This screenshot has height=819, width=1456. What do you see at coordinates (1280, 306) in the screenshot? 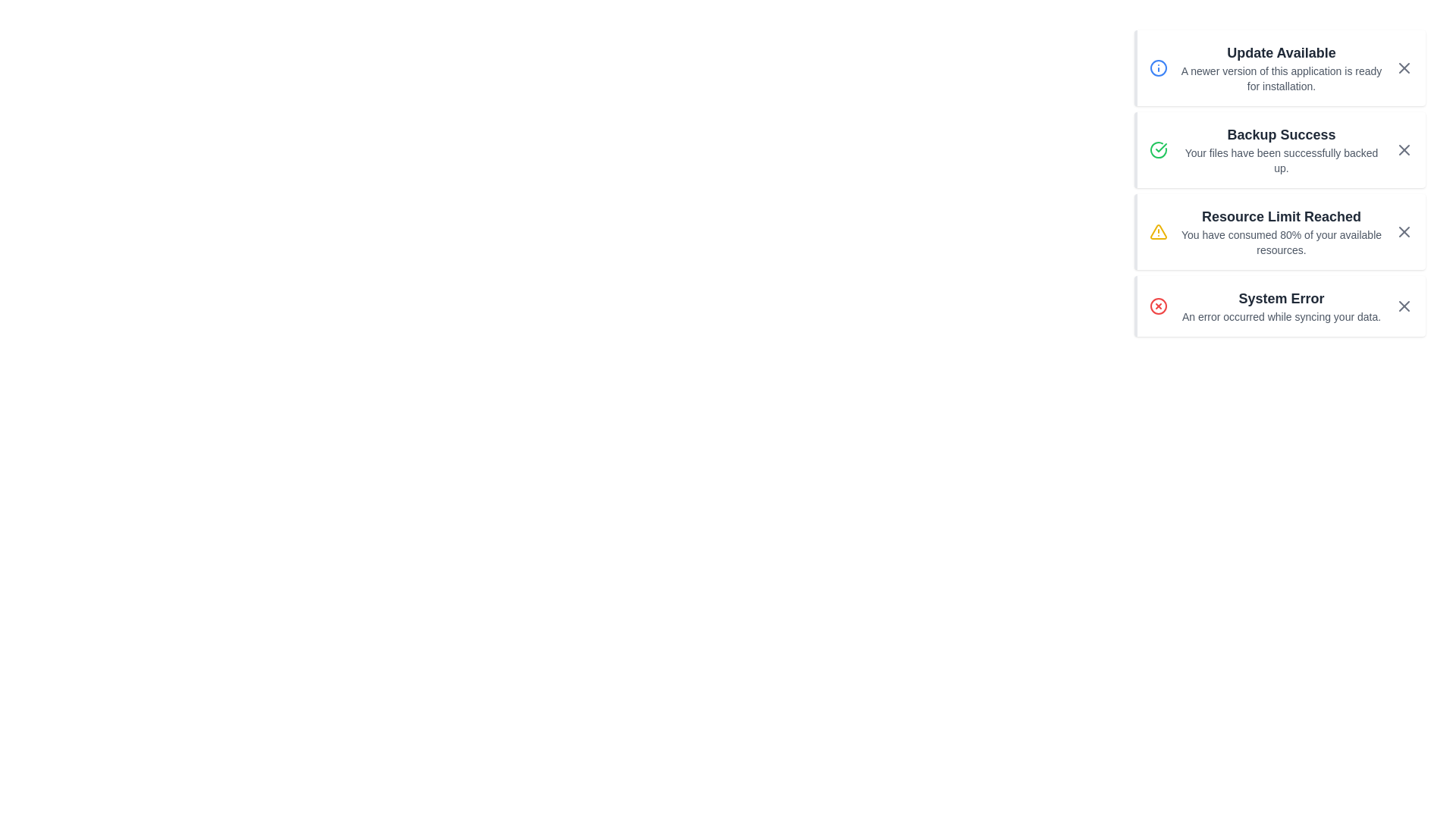
I see `the informational text within the notification card that displays 'System Error' followed by 'An error occurred while syncing your data.'` at bounding box center [1280, 306].